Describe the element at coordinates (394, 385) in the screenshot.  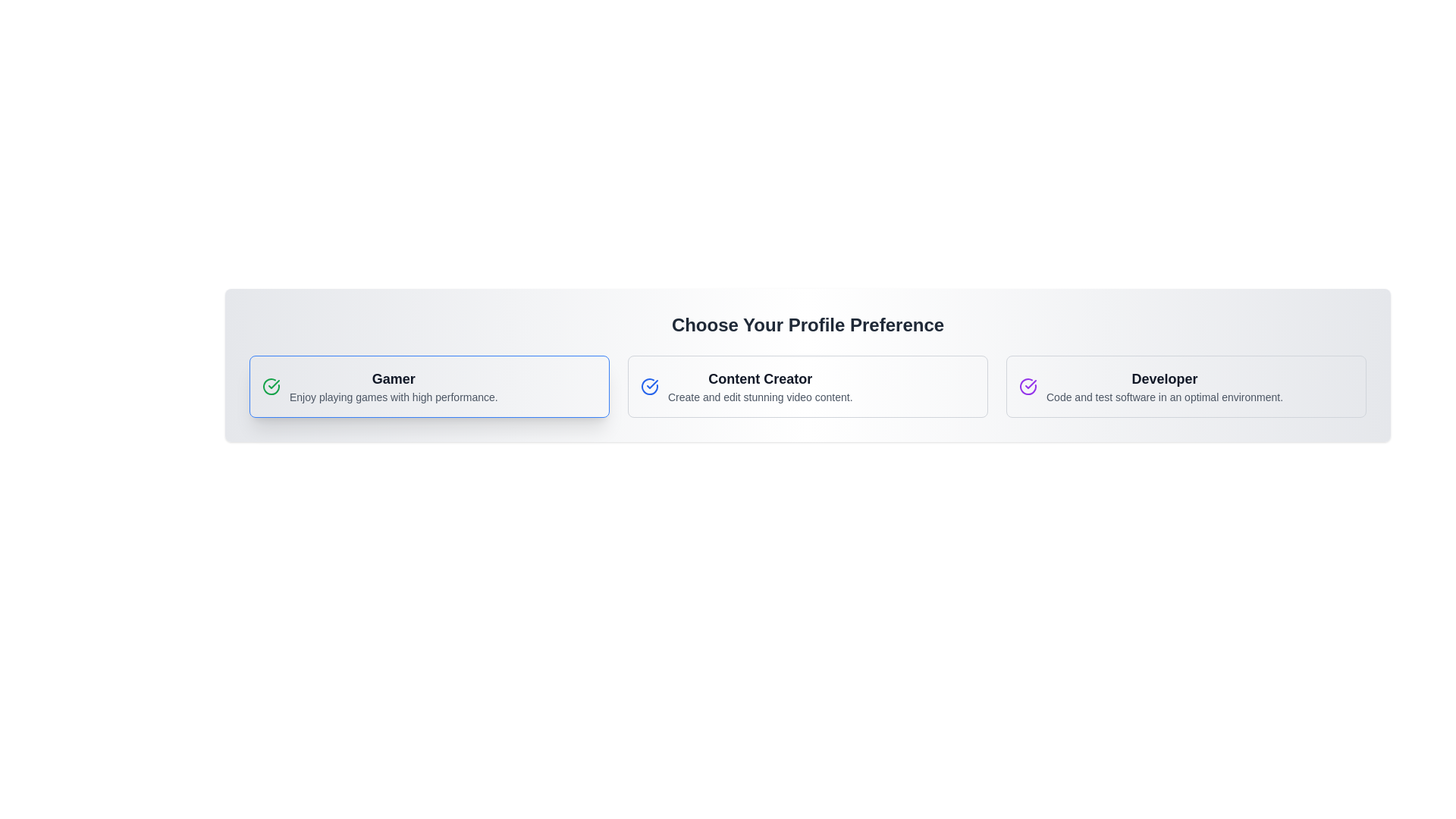
I see `the text label with the title 'Gamer' and description 'Enjoy playing games with high performance.' which is the first option in a group of selectable preferences` at that location.